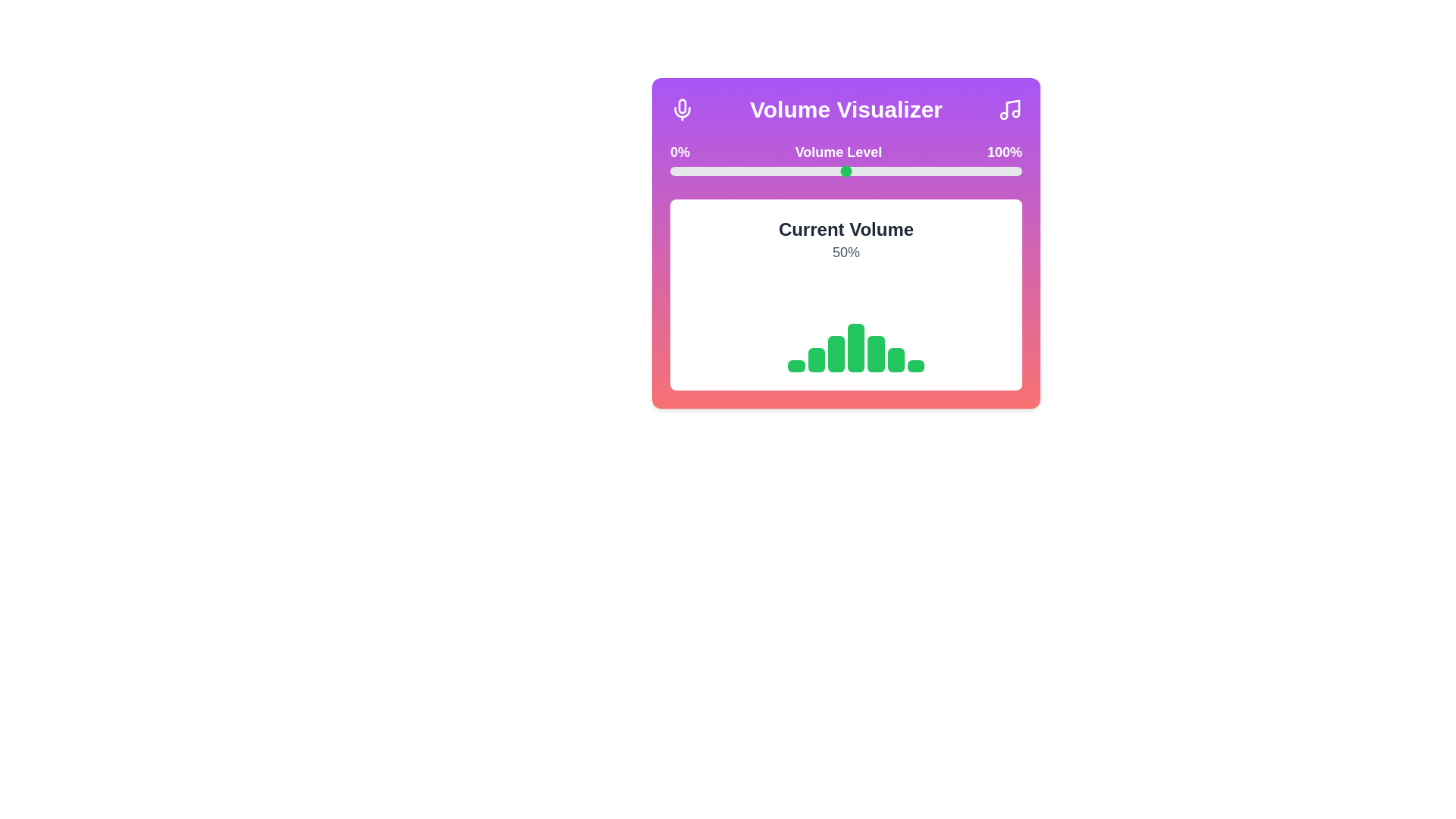  I want to click on the volume slider to set the volume to 70%, so click(915, 171).